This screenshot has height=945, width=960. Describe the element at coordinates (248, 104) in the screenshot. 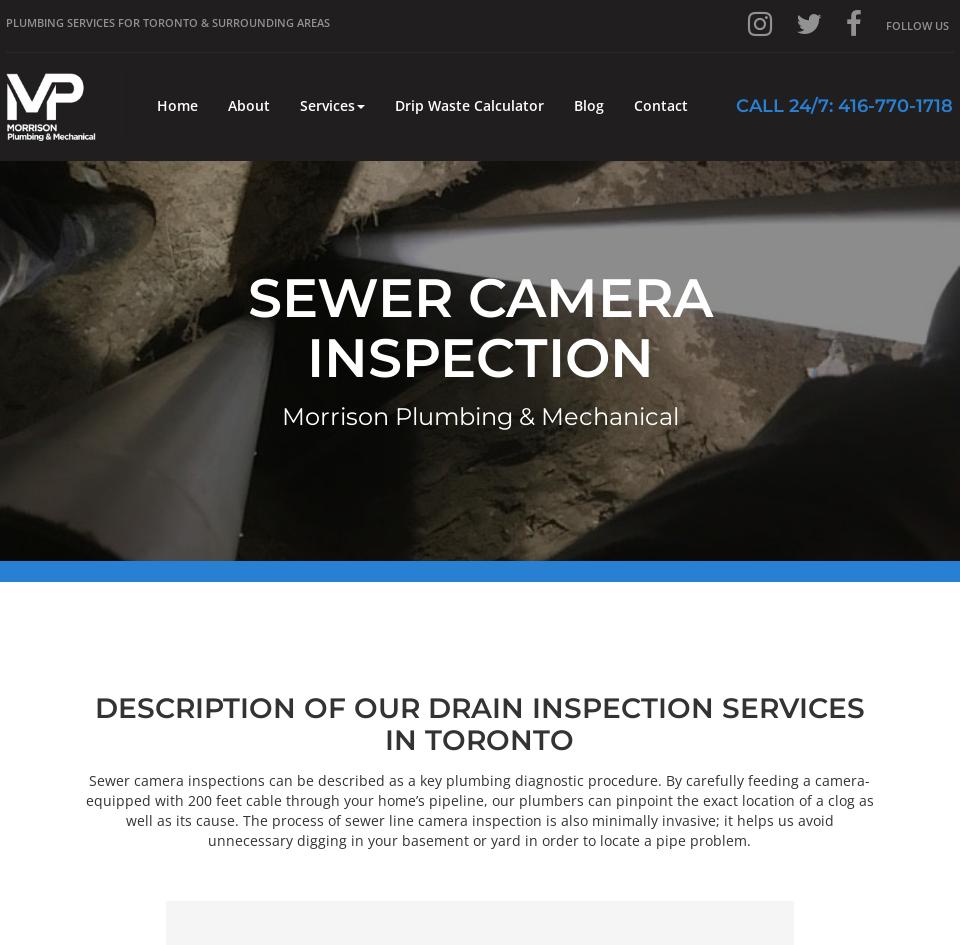

I see `'About'` at that location.